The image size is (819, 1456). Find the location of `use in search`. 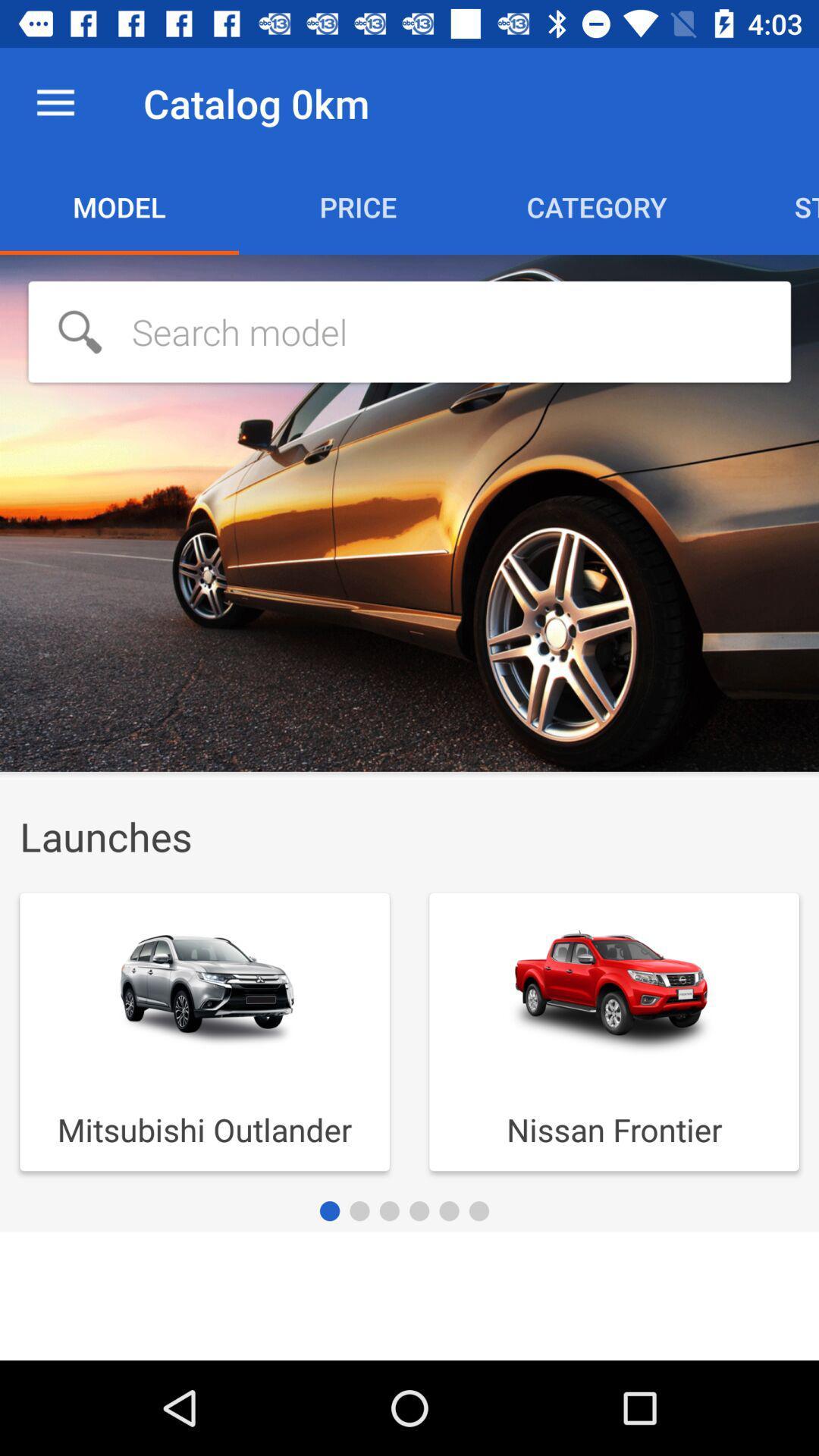

use in search is located at coordinates (409, 331).